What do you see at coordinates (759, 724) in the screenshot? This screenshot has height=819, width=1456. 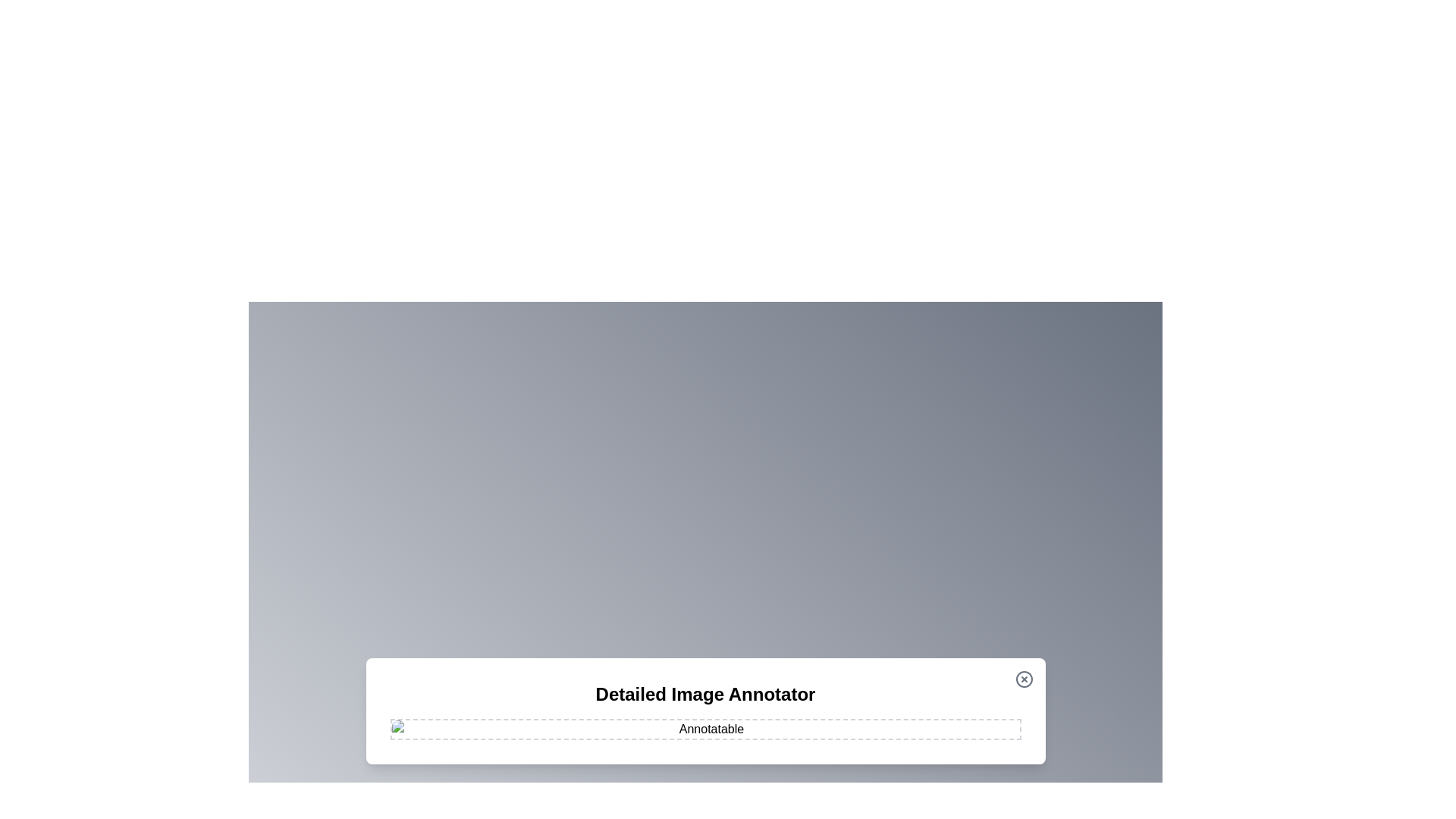 I see `the image at coordinates (1001, 957) to add an annotation` at bounding box center [759, 724].